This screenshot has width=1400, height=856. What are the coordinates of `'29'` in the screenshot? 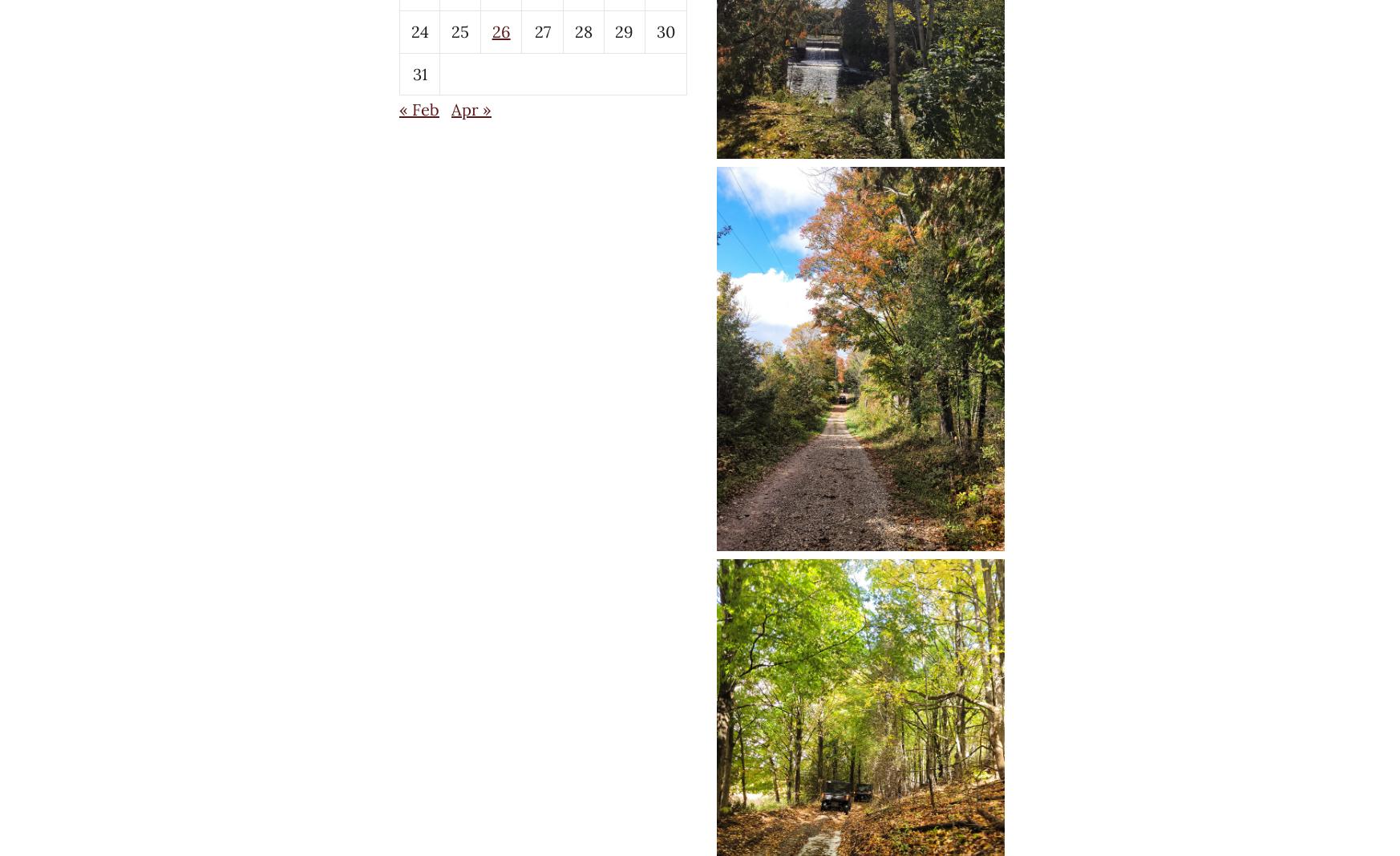 It's located at (623, 30).